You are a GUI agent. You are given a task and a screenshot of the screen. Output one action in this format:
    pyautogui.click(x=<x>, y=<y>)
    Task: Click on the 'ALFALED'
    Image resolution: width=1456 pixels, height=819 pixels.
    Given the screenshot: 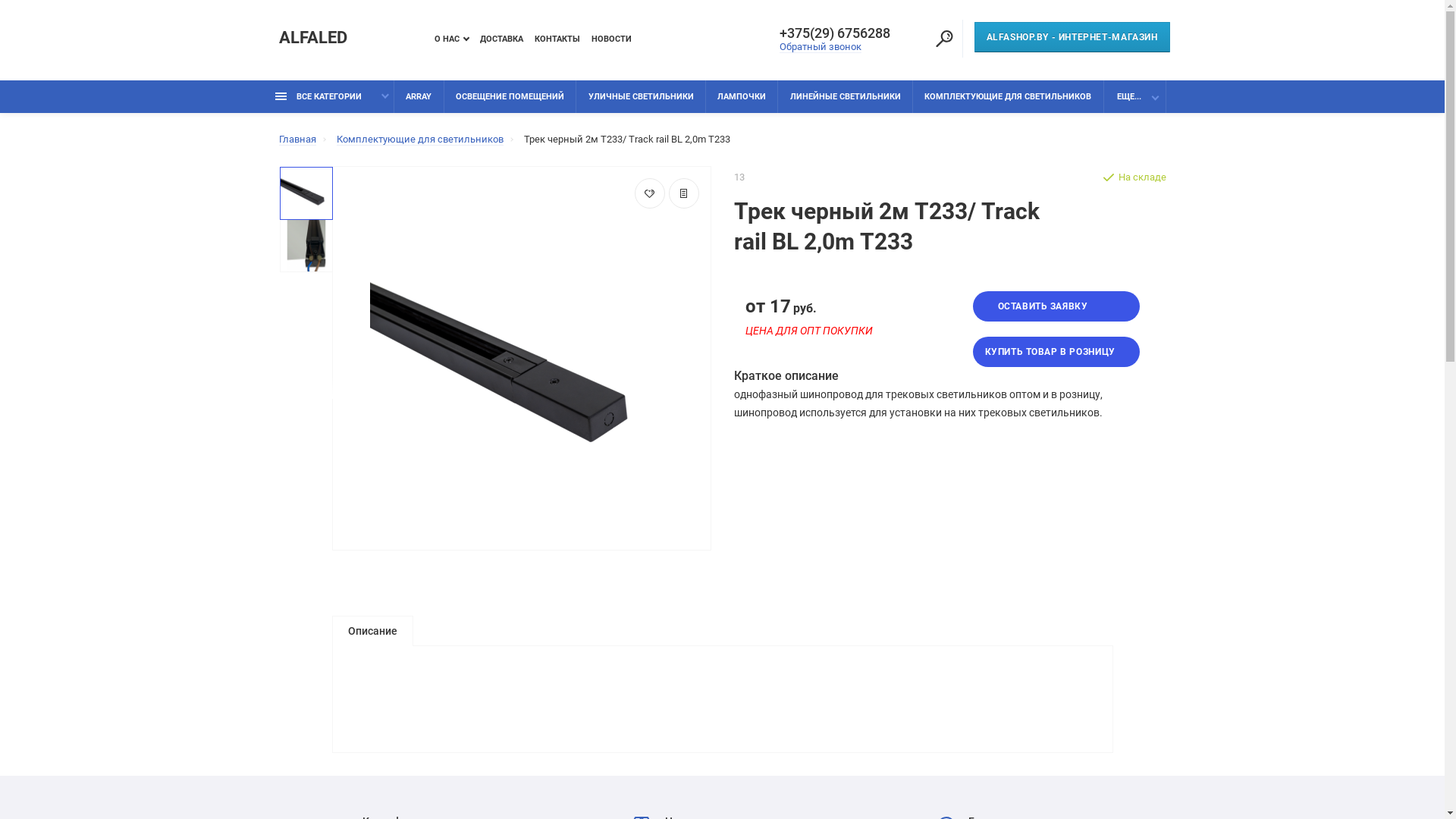 What is the action you would take?
    pyautogui.click(x=312, y=37)
    